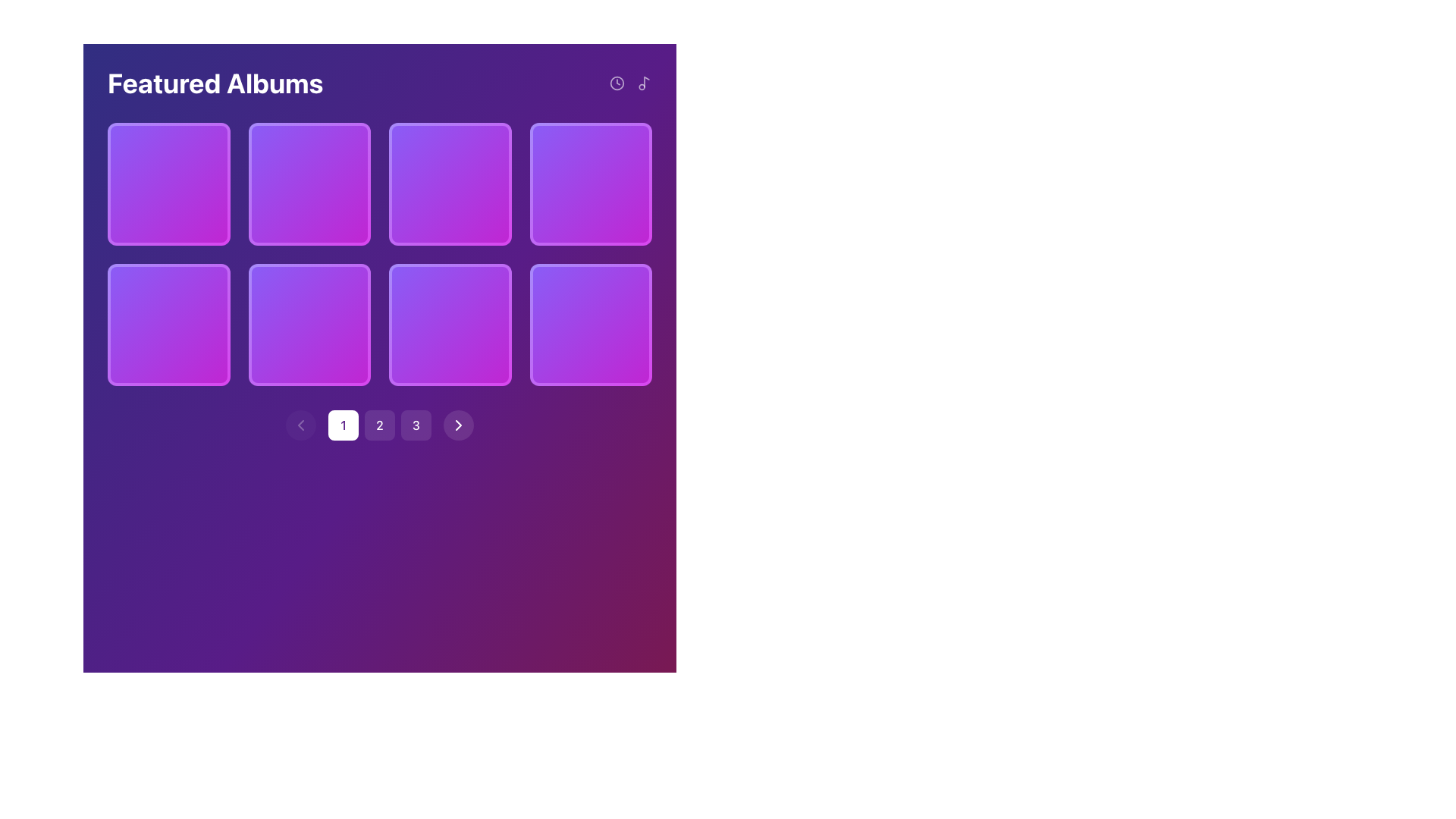 The height and width of the screenshot is (819, 1456). I want to click on the Album card element, which is a square block with a gradient background transitioning from violet to fuchsia, located in the middle block of the second row in a grid layout, so click(449, 324).